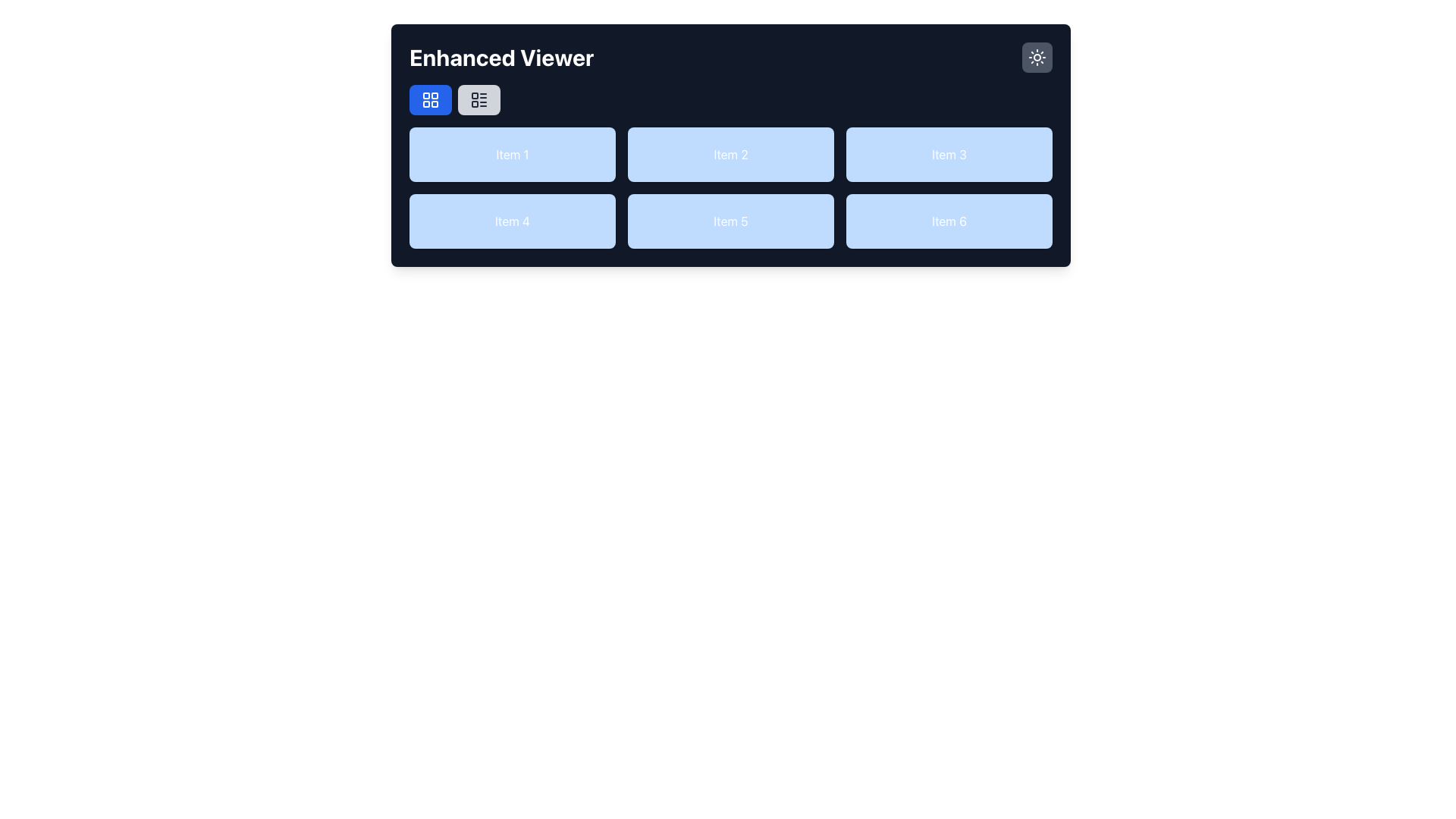 The height and width of the screenshot is (819, 1456). I want to click on the Static Label element with the text 'Item 2', which is positioned in the first row of a grid layout between 'Item 1' and 'Item 3', so click(731, 155).